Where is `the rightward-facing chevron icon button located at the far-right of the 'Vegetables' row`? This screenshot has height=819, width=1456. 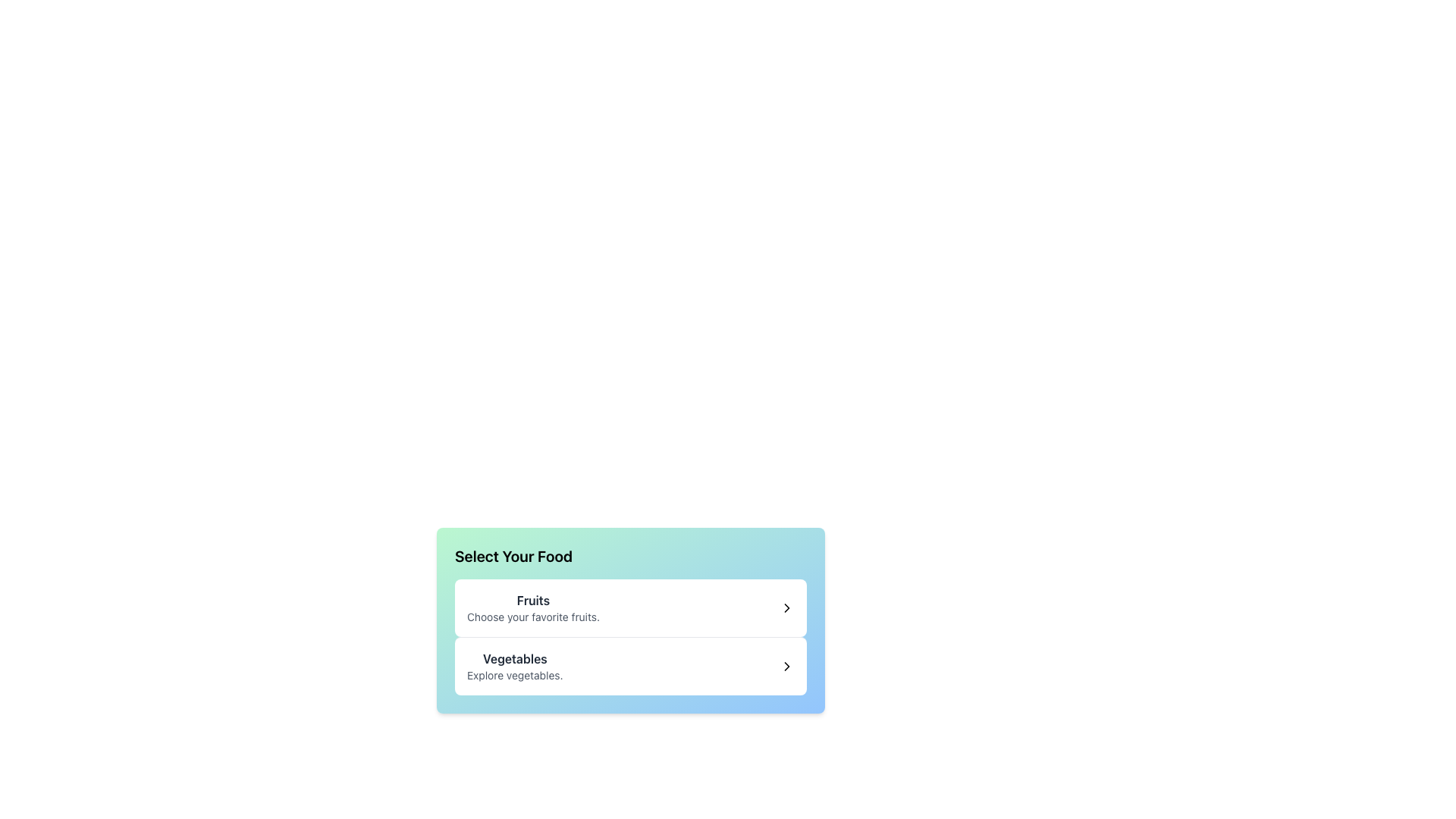
the rightward-facing chevron icon button located at the far-right of the 'Vegetables' row is located at coordinates (786, 666).